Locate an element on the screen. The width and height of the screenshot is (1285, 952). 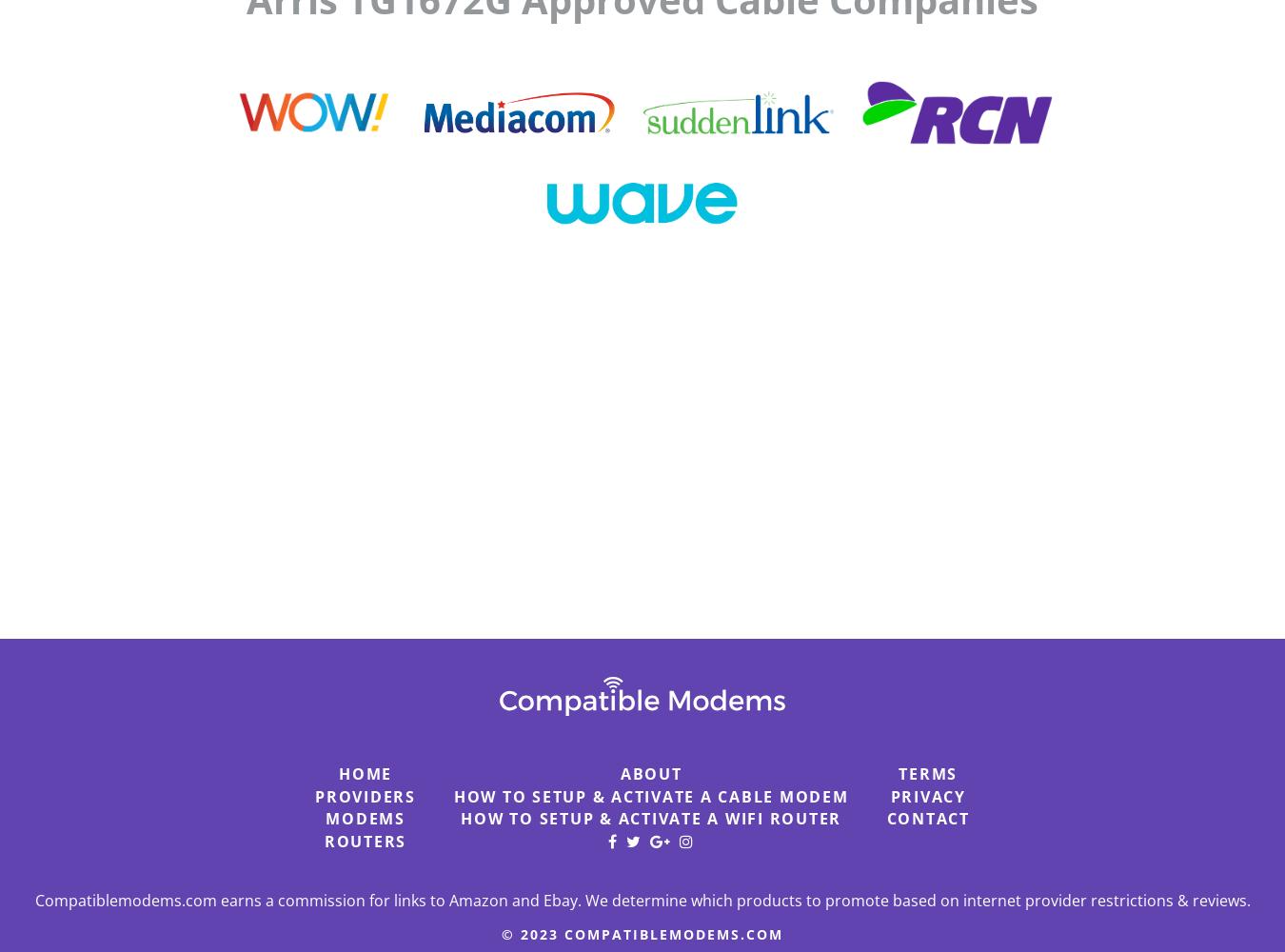
'Privacy' is located at coordinates (926, 795).